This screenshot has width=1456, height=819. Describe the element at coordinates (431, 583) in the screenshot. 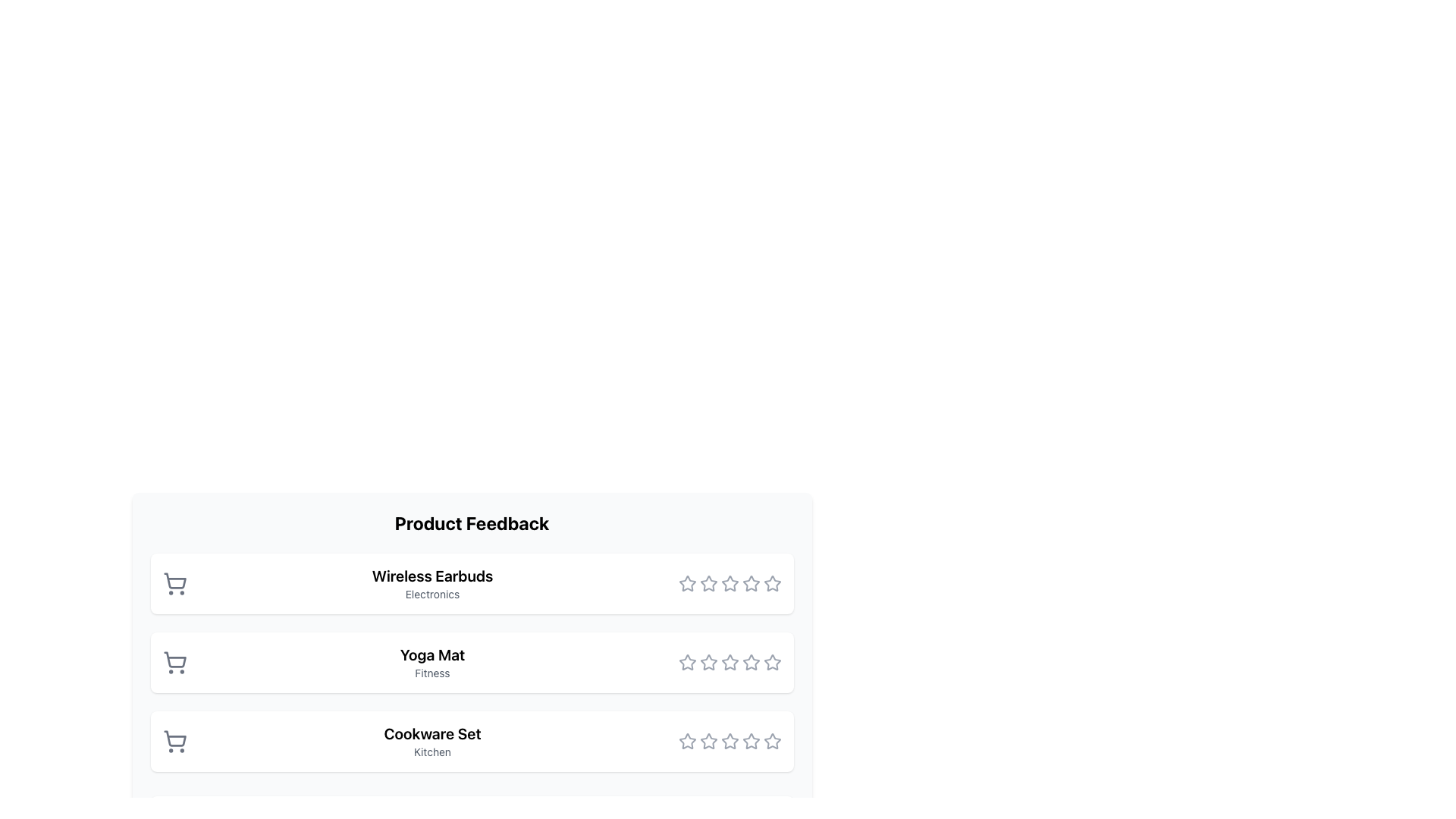

I see `the 'Wireless Earbuds' text label, which is the main descriptive text of the first item in the product list, by using nearby interactive elements for actions` at that location.